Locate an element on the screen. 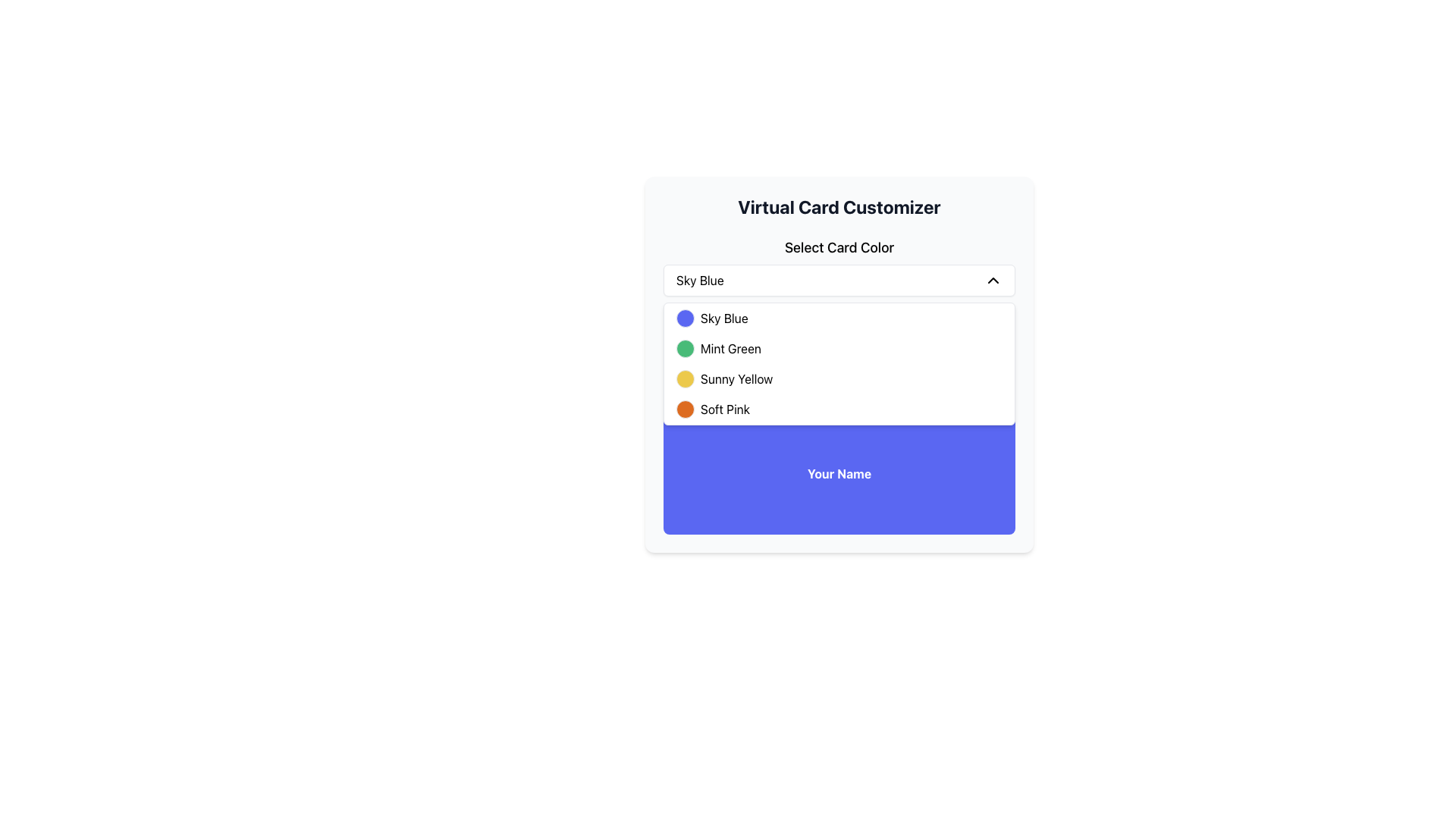  the color indicator located in the dropdown menu next to the 'Soft Pink' entry is located at coordinates (684, 409).